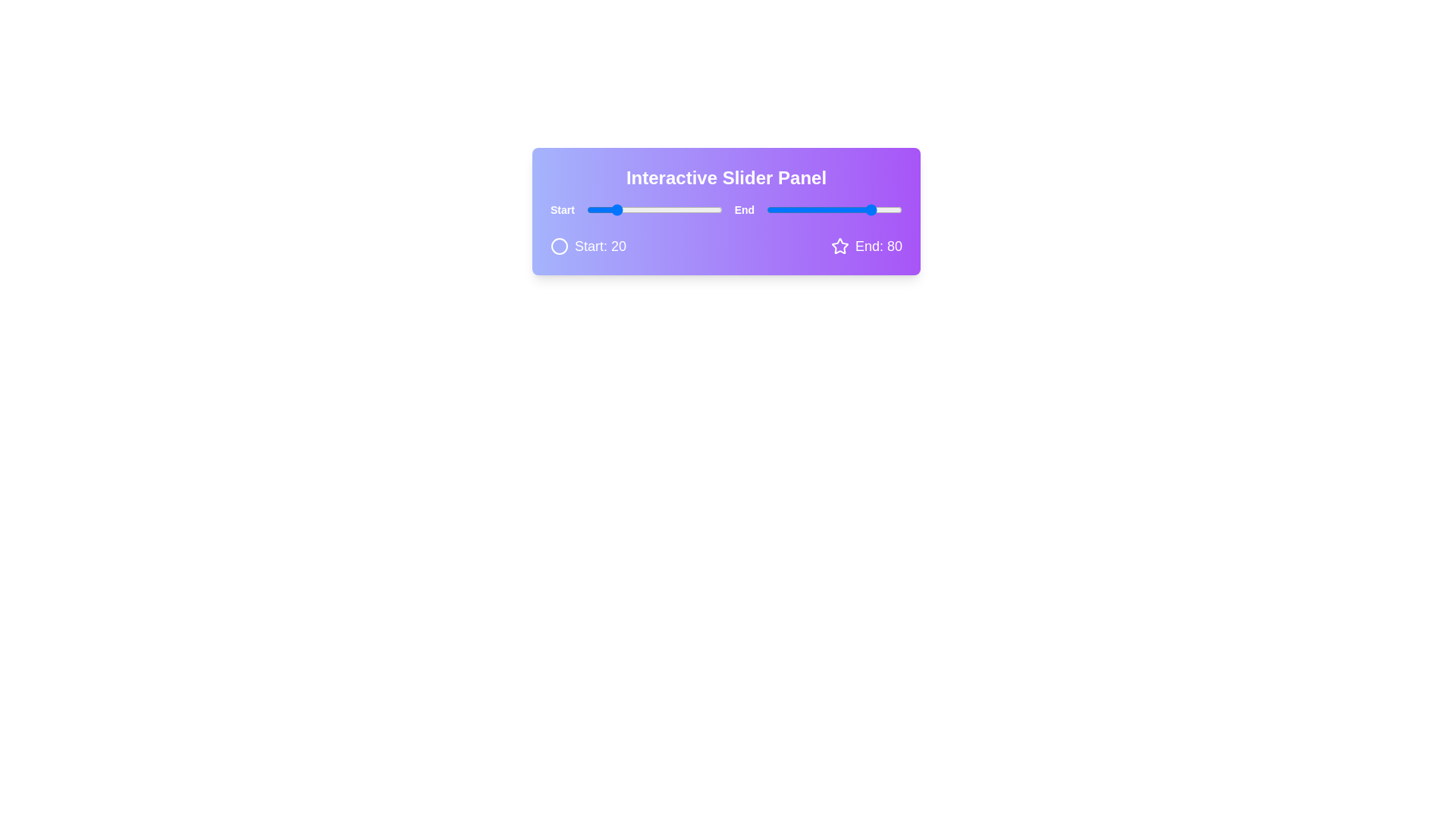  Describe the element at coordinates (878, 245) in the screenshot. I see `the text label displaying 'End: 80', which is positioned on the far right side of the interactive slider panel and styled in white text on a purple background` at that location.